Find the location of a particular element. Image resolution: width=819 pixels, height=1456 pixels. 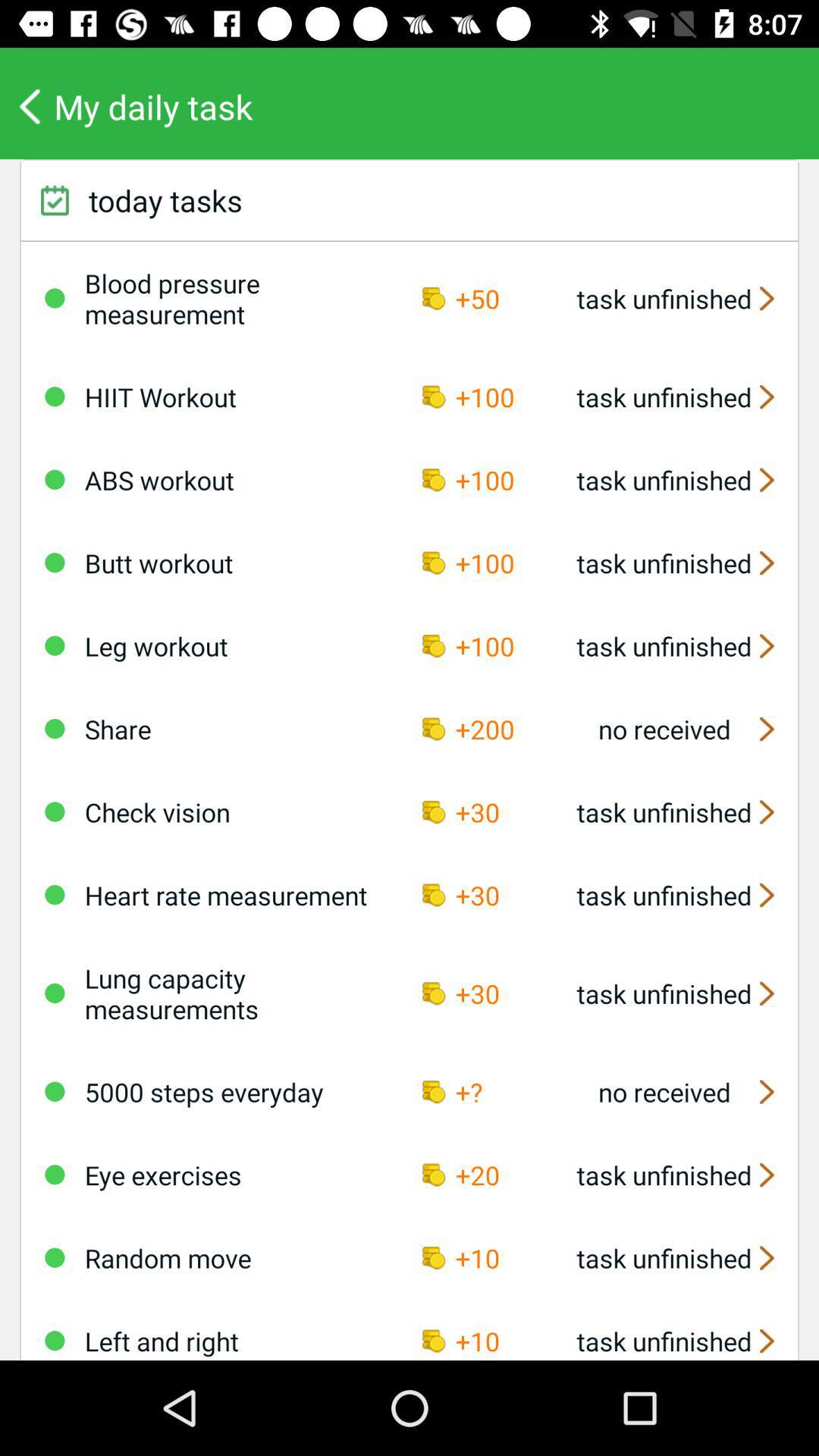

check vision on a daily task is located at coordinates (54, 811).